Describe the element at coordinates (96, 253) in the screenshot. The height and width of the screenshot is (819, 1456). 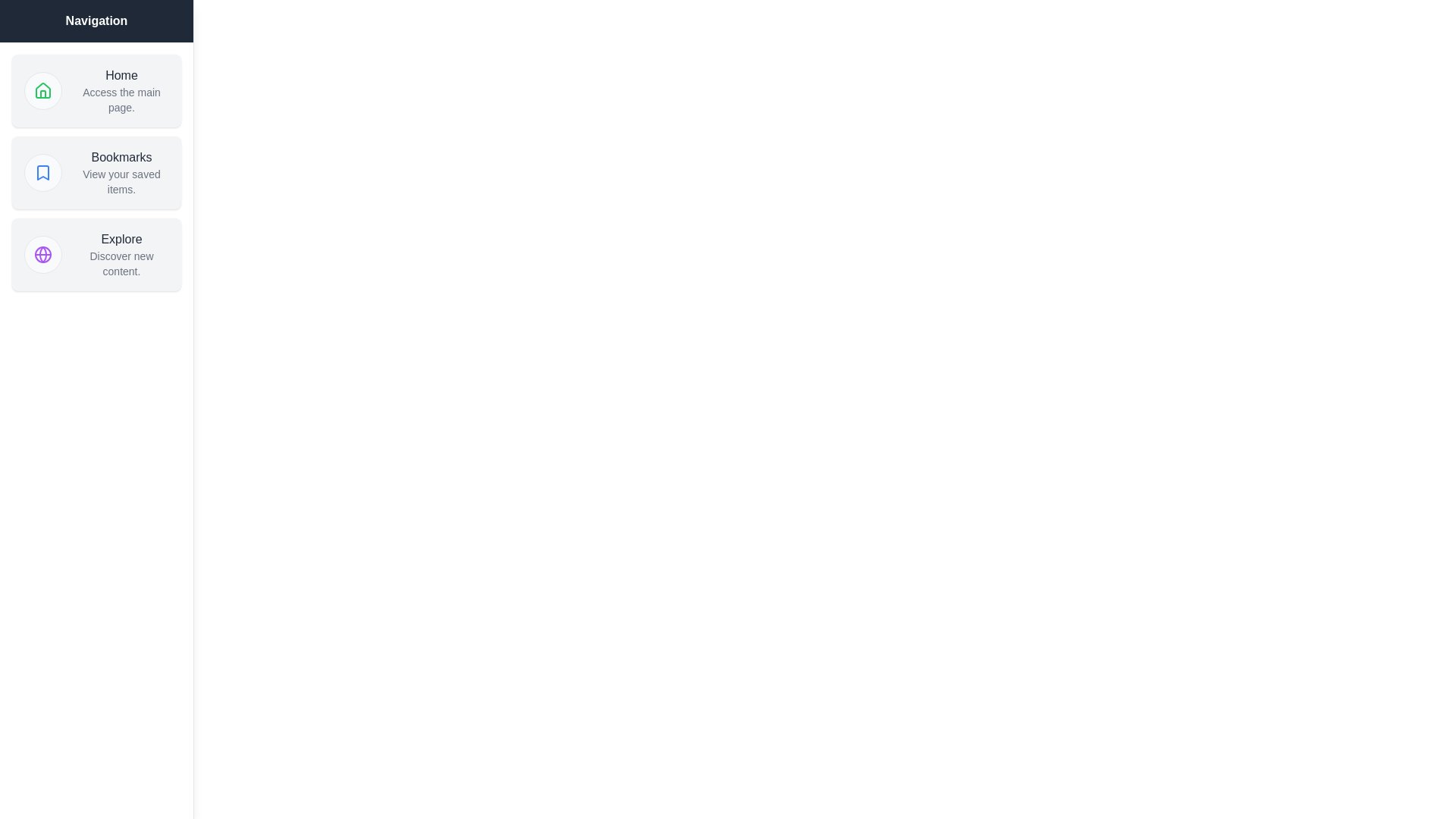
I see `the 'Explore' menu item in the navigation drawer` at that location.